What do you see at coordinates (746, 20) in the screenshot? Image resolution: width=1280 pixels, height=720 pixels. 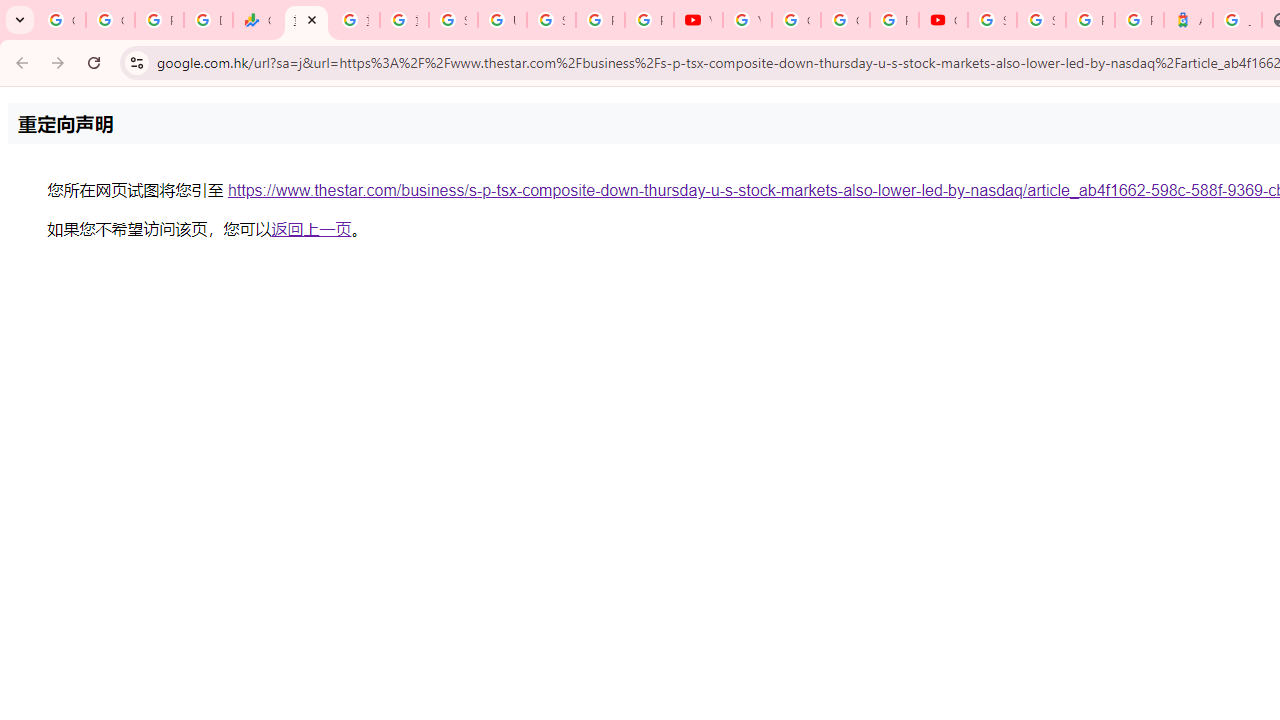 I see `'YouTube'` at bounding box center [746, 20].